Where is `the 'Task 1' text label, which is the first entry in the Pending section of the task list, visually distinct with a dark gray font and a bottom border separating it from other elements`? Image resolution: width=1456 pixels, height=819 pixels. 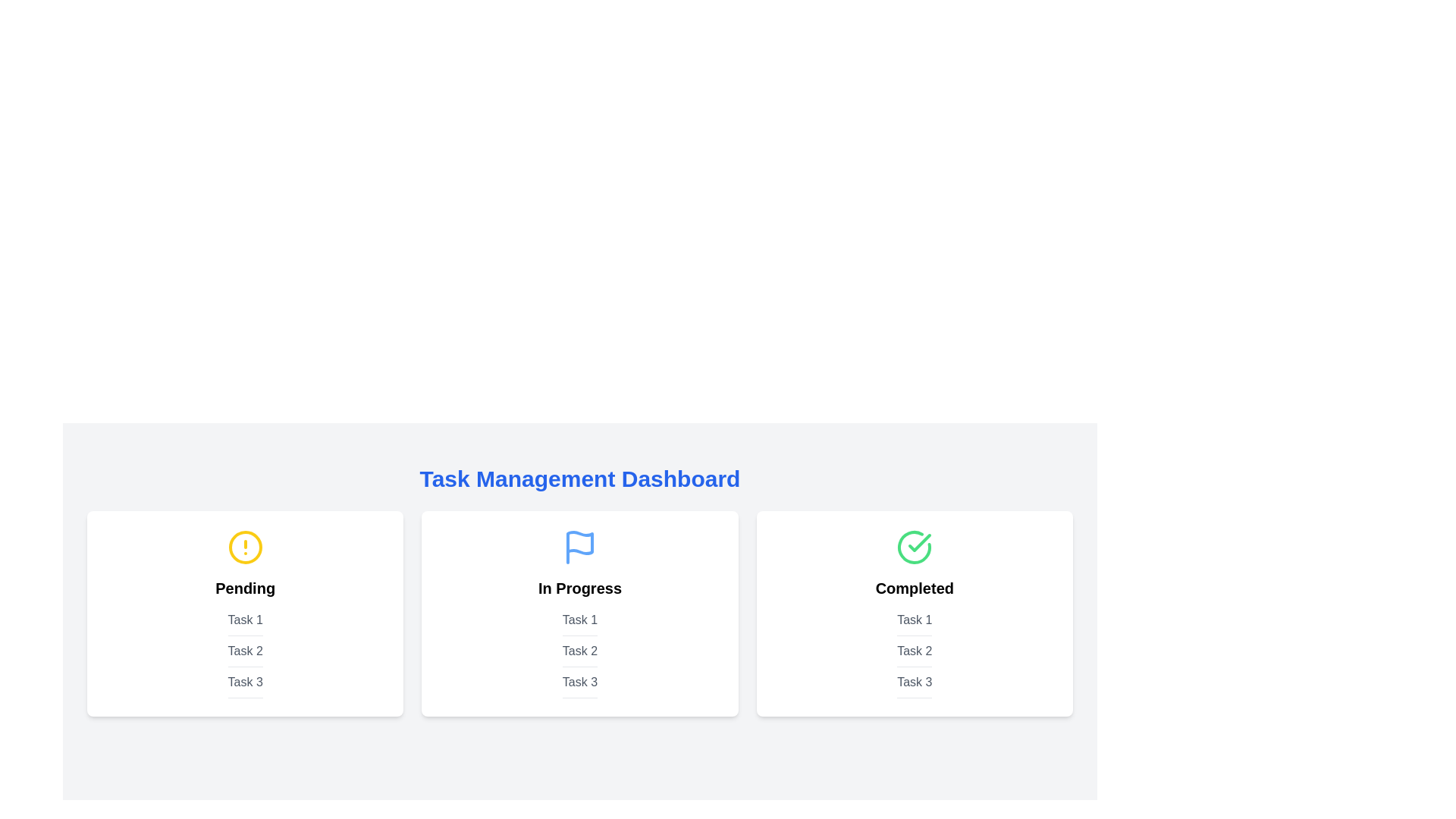
the 'Task 1' text label, which is the first entry in the Pending section of the task list, visually distinct with a dark gray font and a bottom border separating it from other elements is located at coordinates (245, 623).